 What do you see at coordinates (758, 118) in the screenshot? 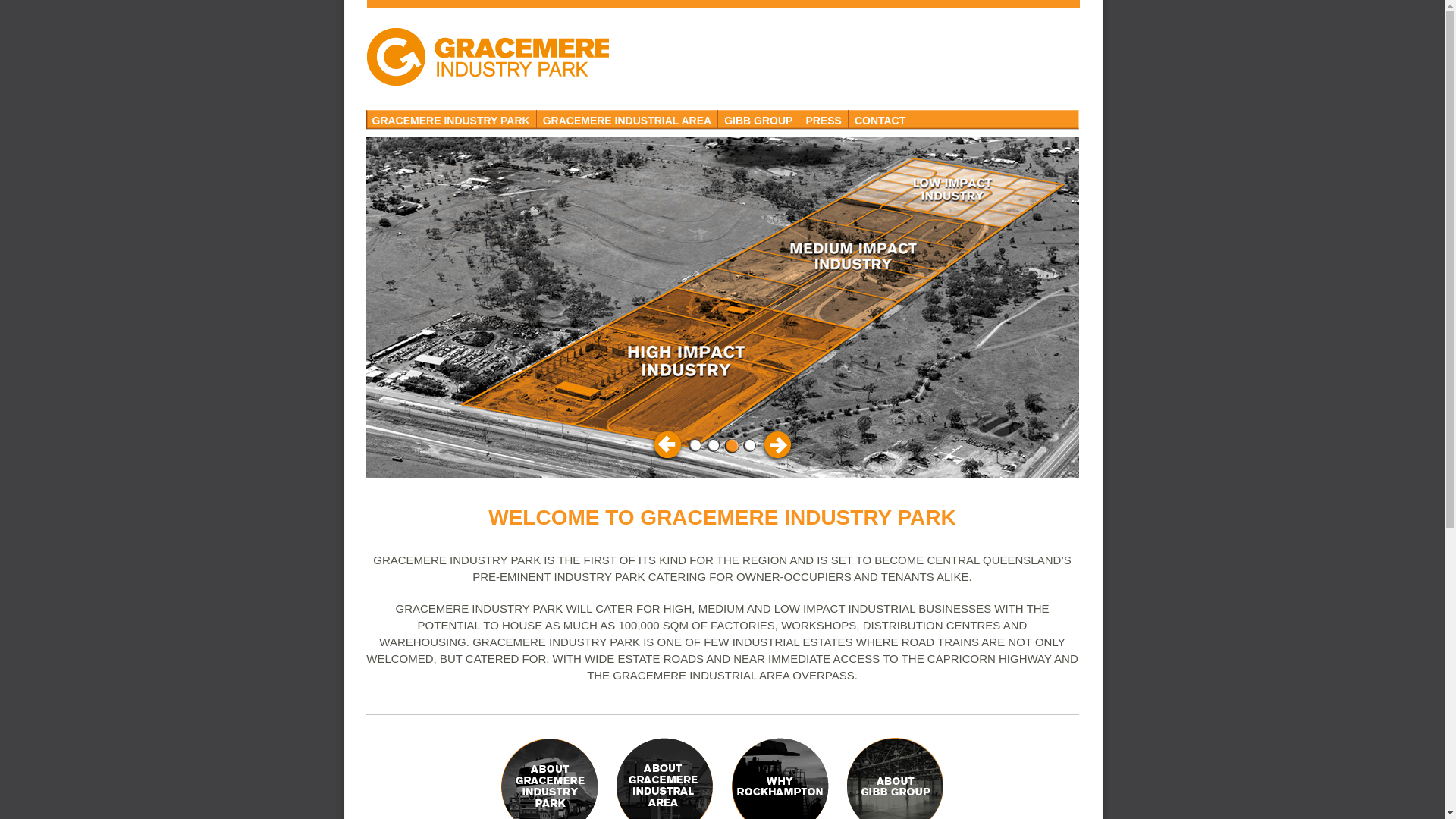
I see `'GIBB GROUP'` at bounding box center [758, 118].